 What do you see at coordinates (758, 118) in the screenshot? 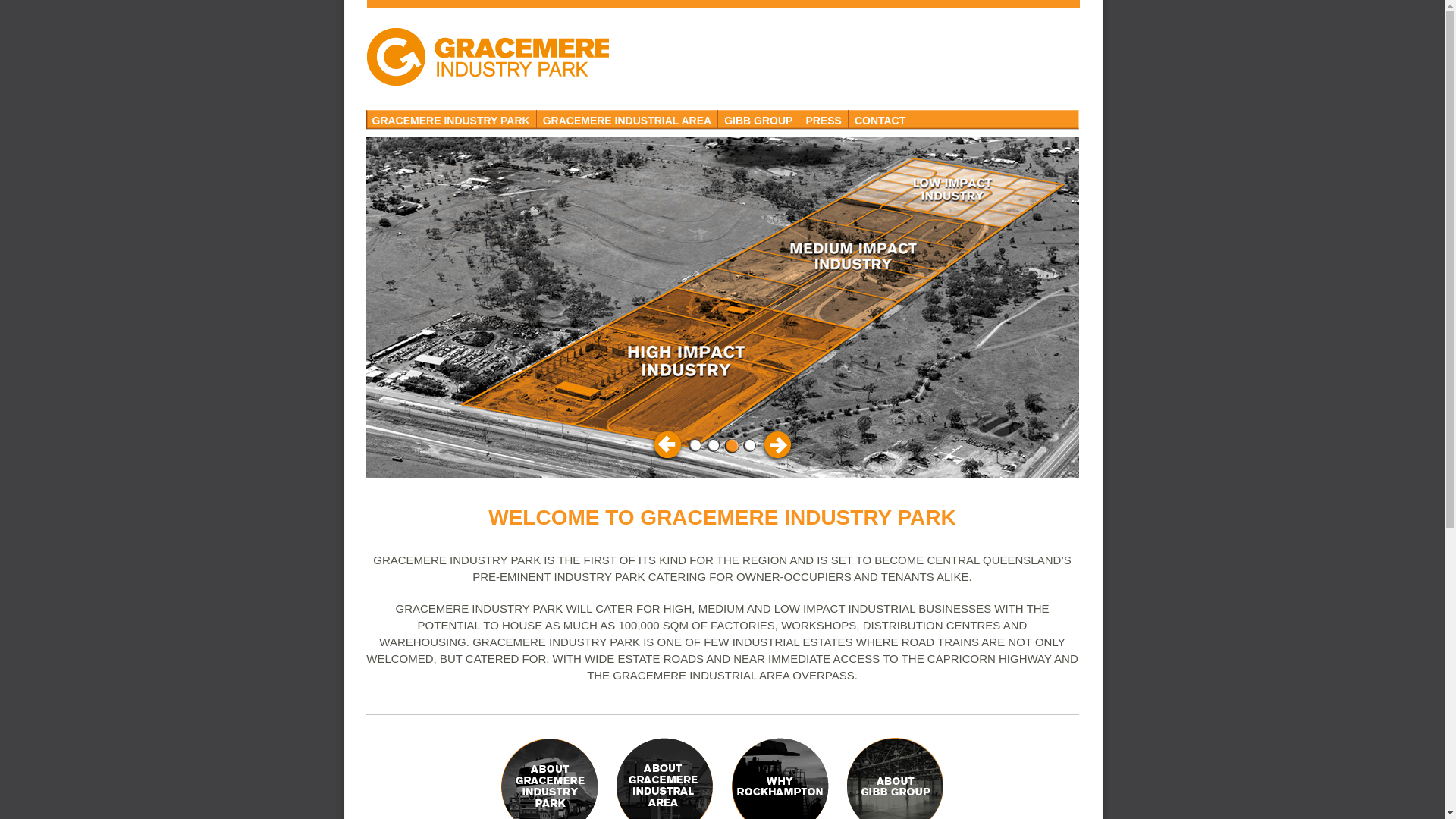
I see `'GIBB GROUP'` at bounding box center [758, 118].